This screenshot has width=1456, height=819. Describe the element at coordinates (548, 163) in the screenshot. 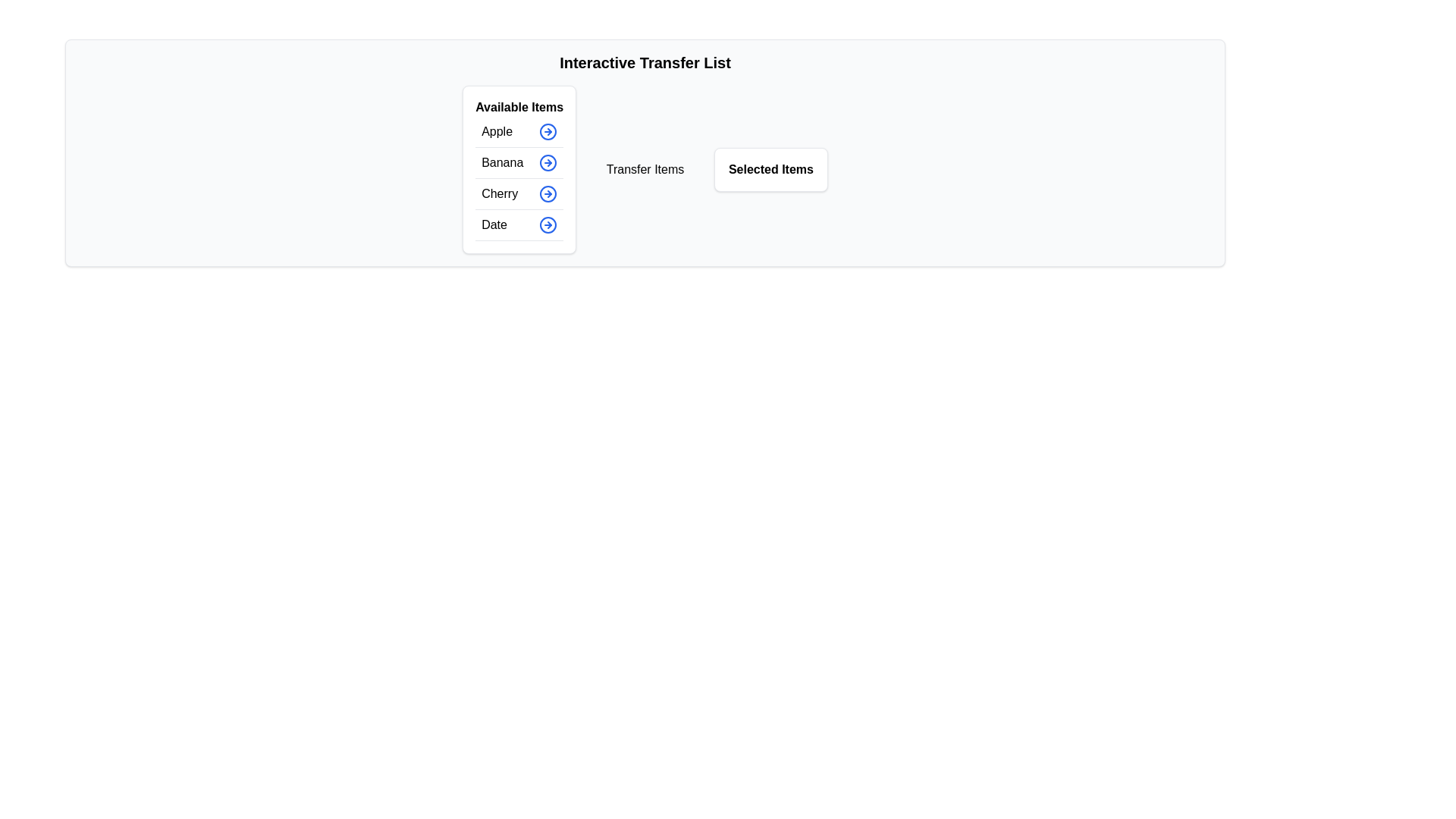

I see `the button corresponding to Banana in the available items list to display its tooltip or visual feedback` at that location.